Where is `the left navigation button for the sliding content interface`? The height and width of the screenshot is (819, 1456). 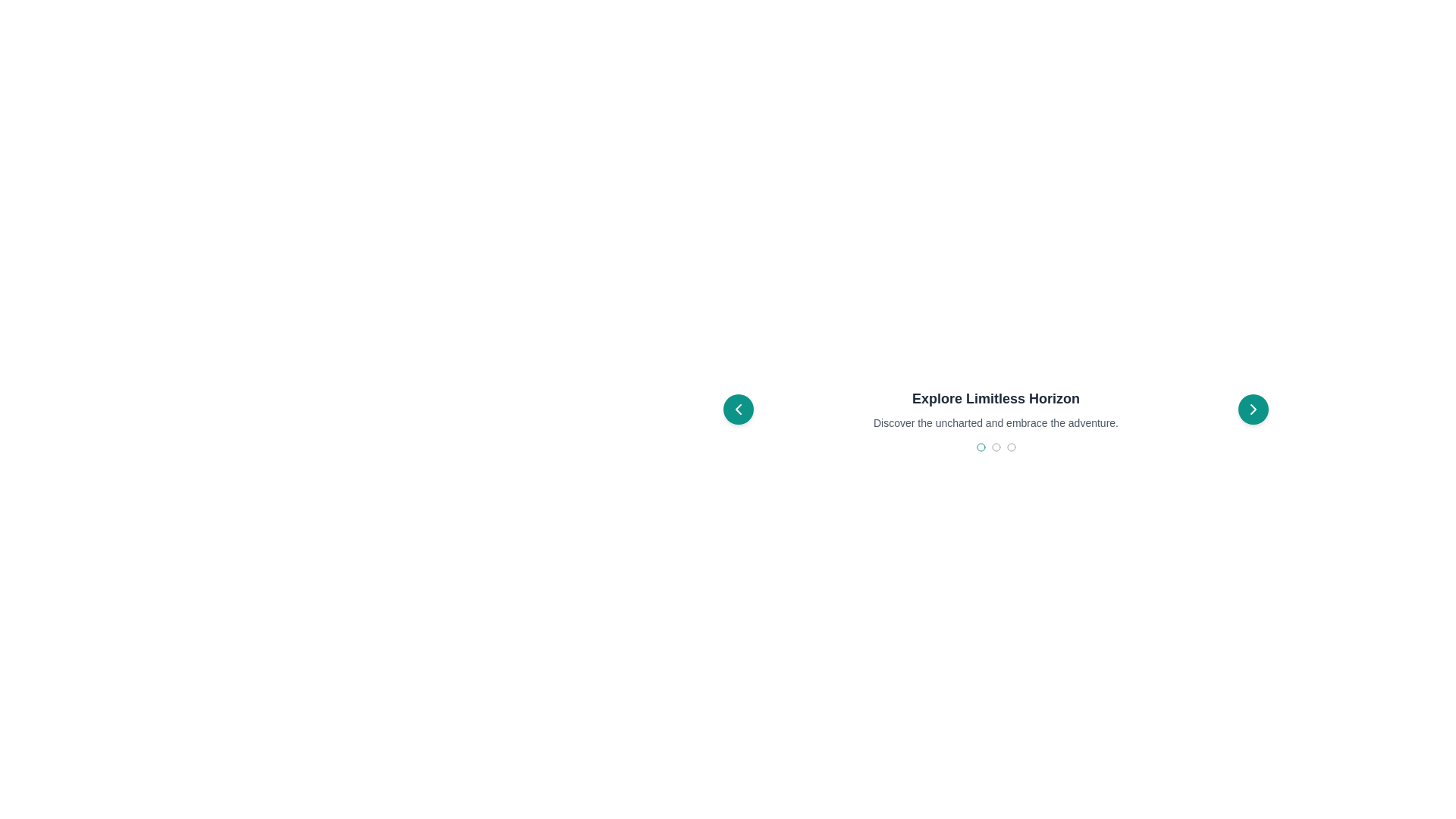 the left navigation button for the sliding content interface is located at coordinates (738, 409).